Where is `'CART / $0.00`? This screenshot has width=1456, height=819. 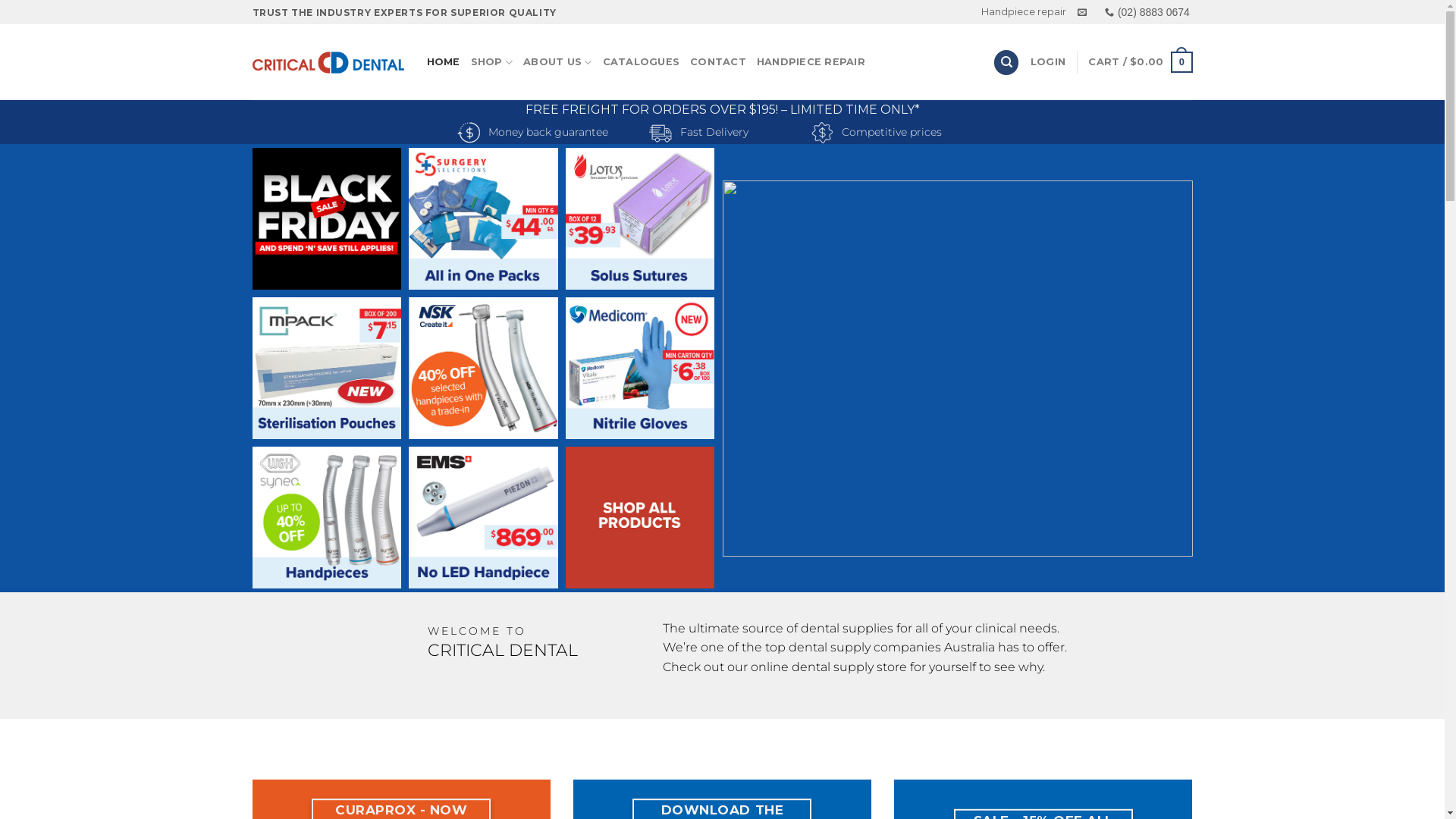
'CART / $0.00 is located at coordinates (1140, 61).